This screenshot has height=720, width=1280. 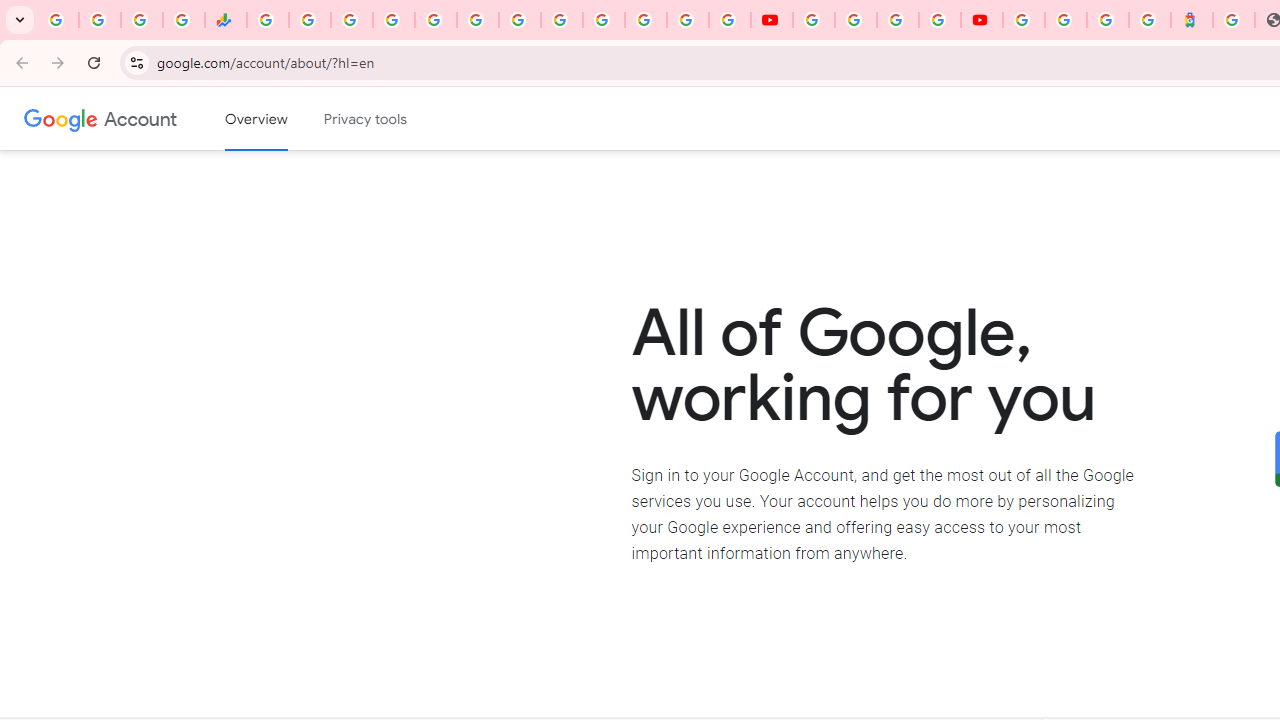 I want to click on 'Google Account Help', so click(x=855, y=20).